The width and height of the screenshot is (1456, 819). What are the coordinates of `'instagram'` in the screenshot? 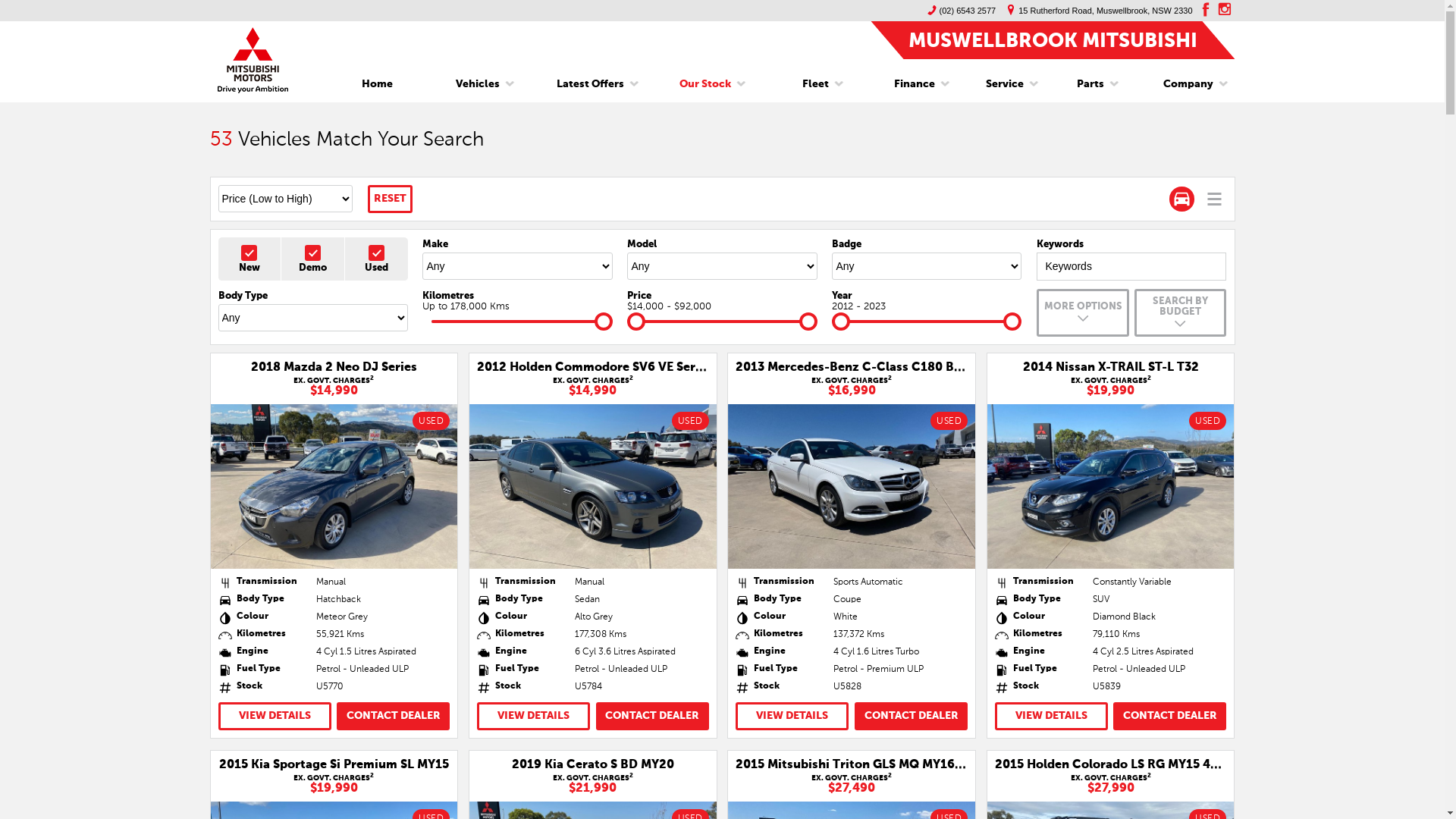 It's located at (1224, 8).